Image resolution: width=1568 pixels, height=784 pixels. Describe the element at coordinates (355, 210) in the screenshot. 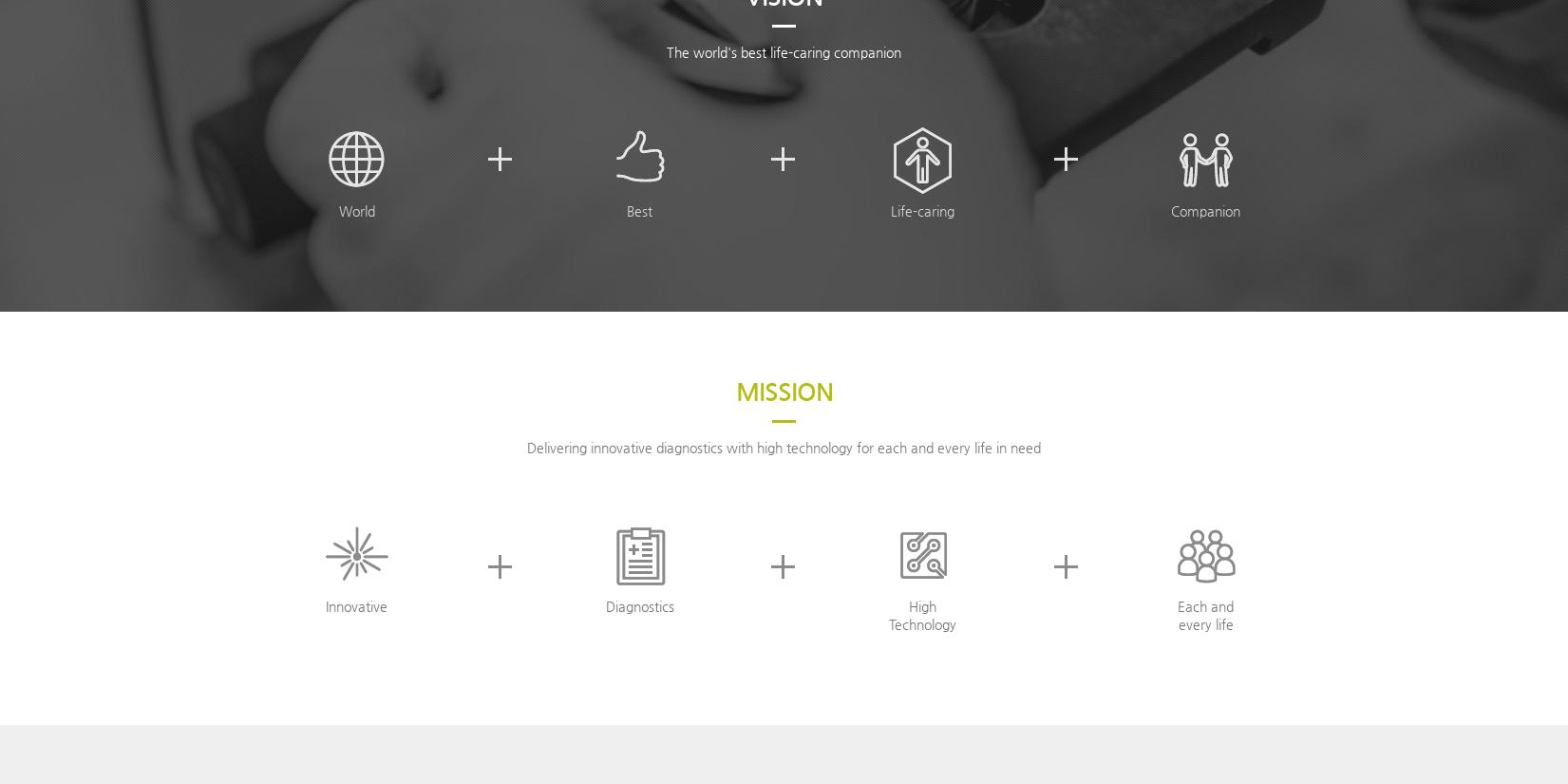

I see `'World'` at that location.